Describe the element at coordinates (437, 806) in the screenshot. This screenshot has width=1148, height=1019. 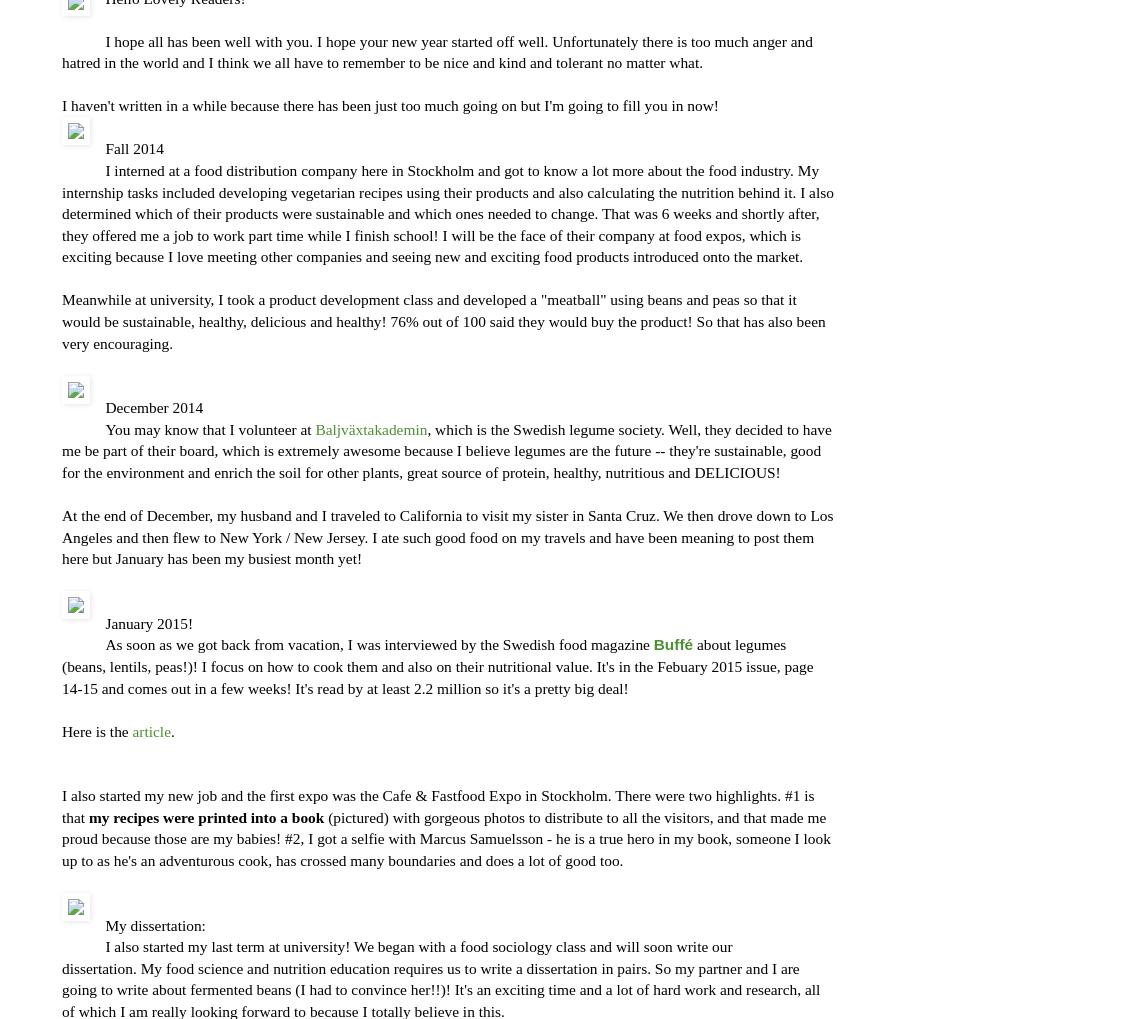
I see `'I also started my new job and the first expo was the Cafe & Fastfood Expo in Stockholm. There were two highlights. #1 is that'` at that location.